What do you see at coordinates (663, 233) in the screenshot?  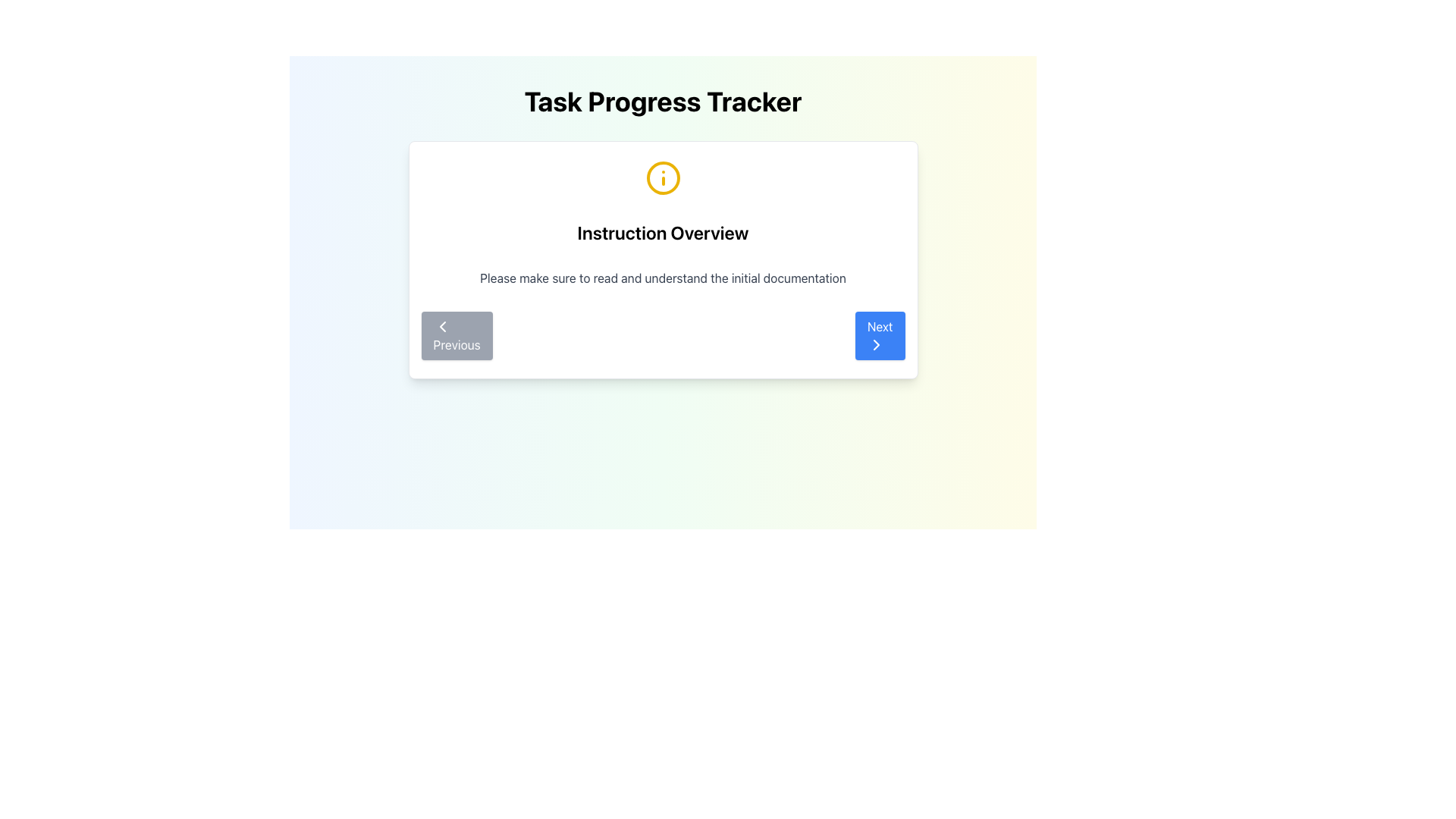 I see `the text header element displaying 'Instruction Overview', which is a large, bold, center-aligned text located within a white card component` at bounding box center [663, 233].